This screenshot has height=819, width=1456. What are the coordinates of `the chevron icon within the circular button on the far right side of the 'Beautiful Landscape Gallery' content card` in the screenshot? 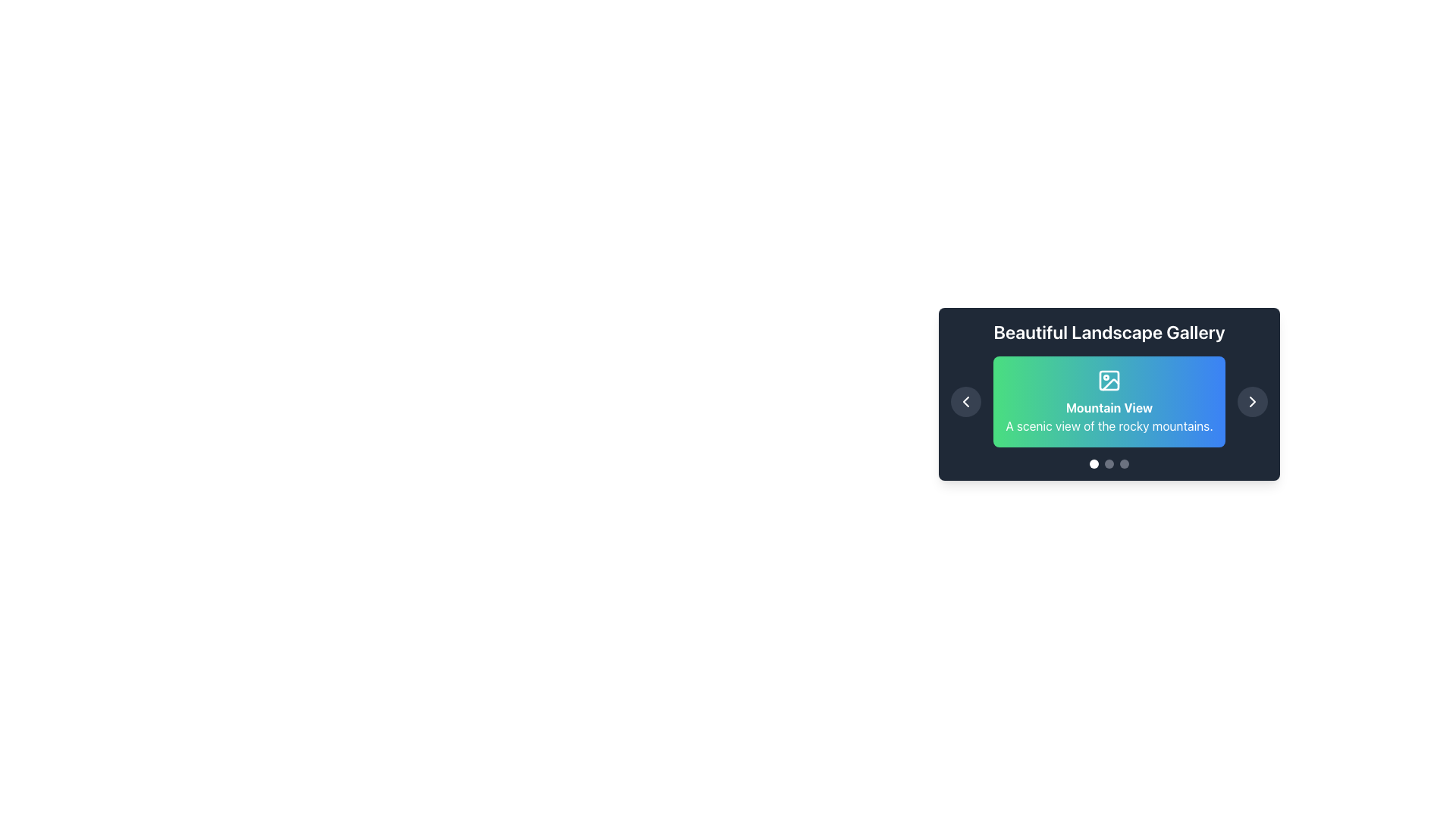 It's located at (1252, 400).